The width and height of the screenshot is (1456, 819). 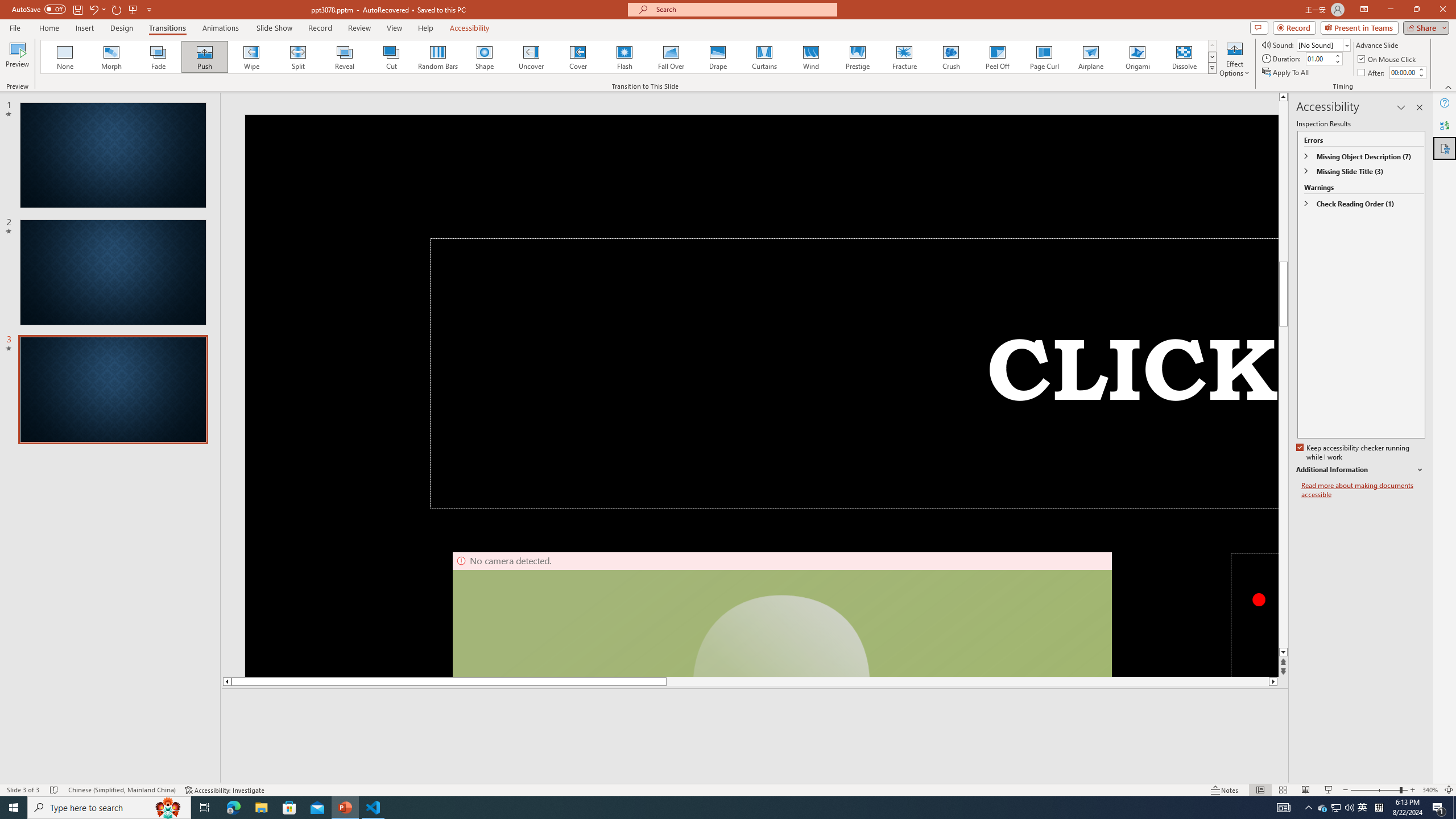 What do you see at coordinates (857, 56) in the screenshot?
I see `'Prestige'` at bounding box center [857, 56].